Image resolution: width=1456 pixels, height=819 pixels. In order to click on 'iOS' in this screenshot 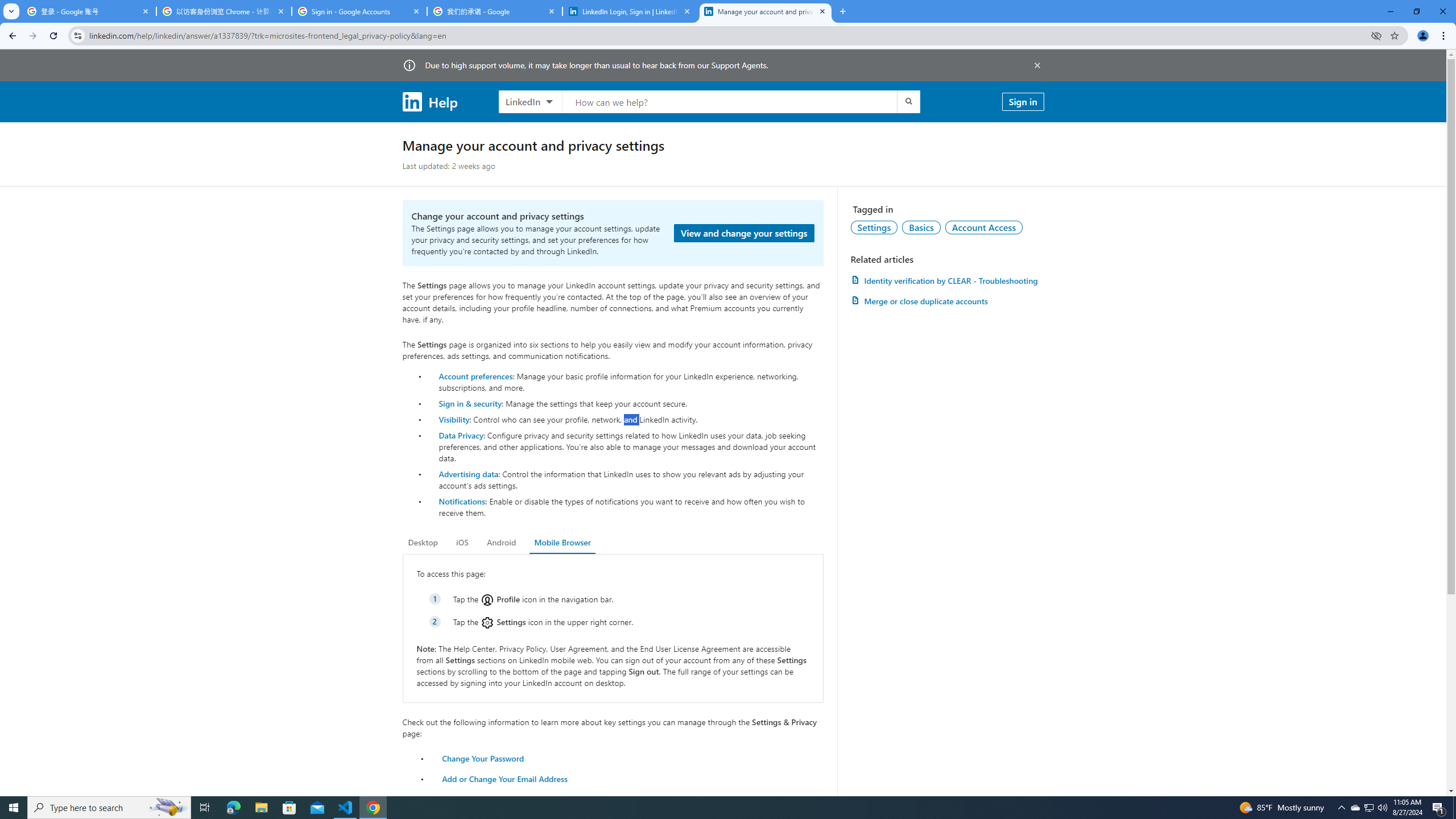, I will do `click(461, 542)`.